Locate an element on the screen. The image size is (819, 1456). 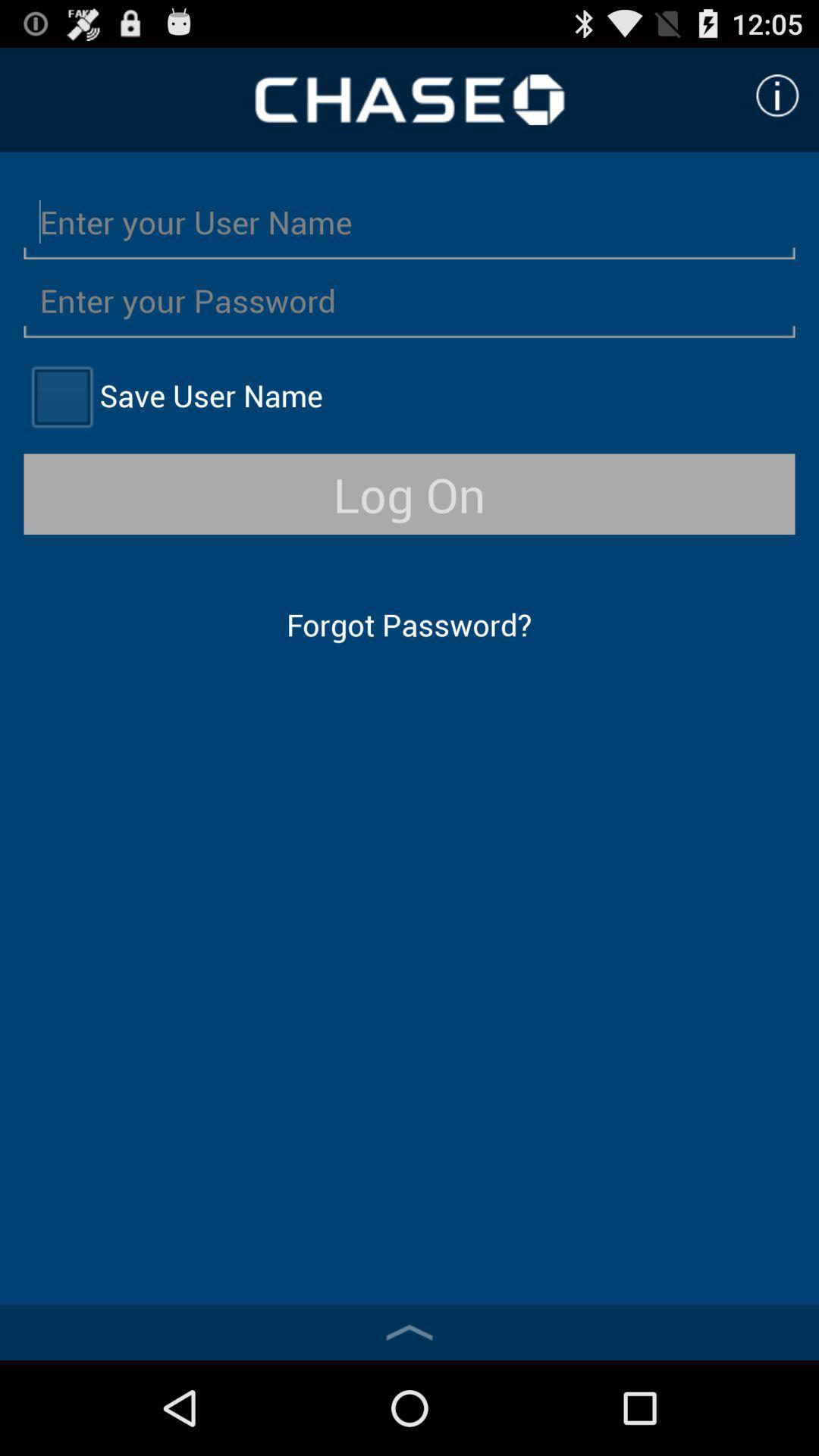
item next to the save user name item is located at coordinates (61, 396).